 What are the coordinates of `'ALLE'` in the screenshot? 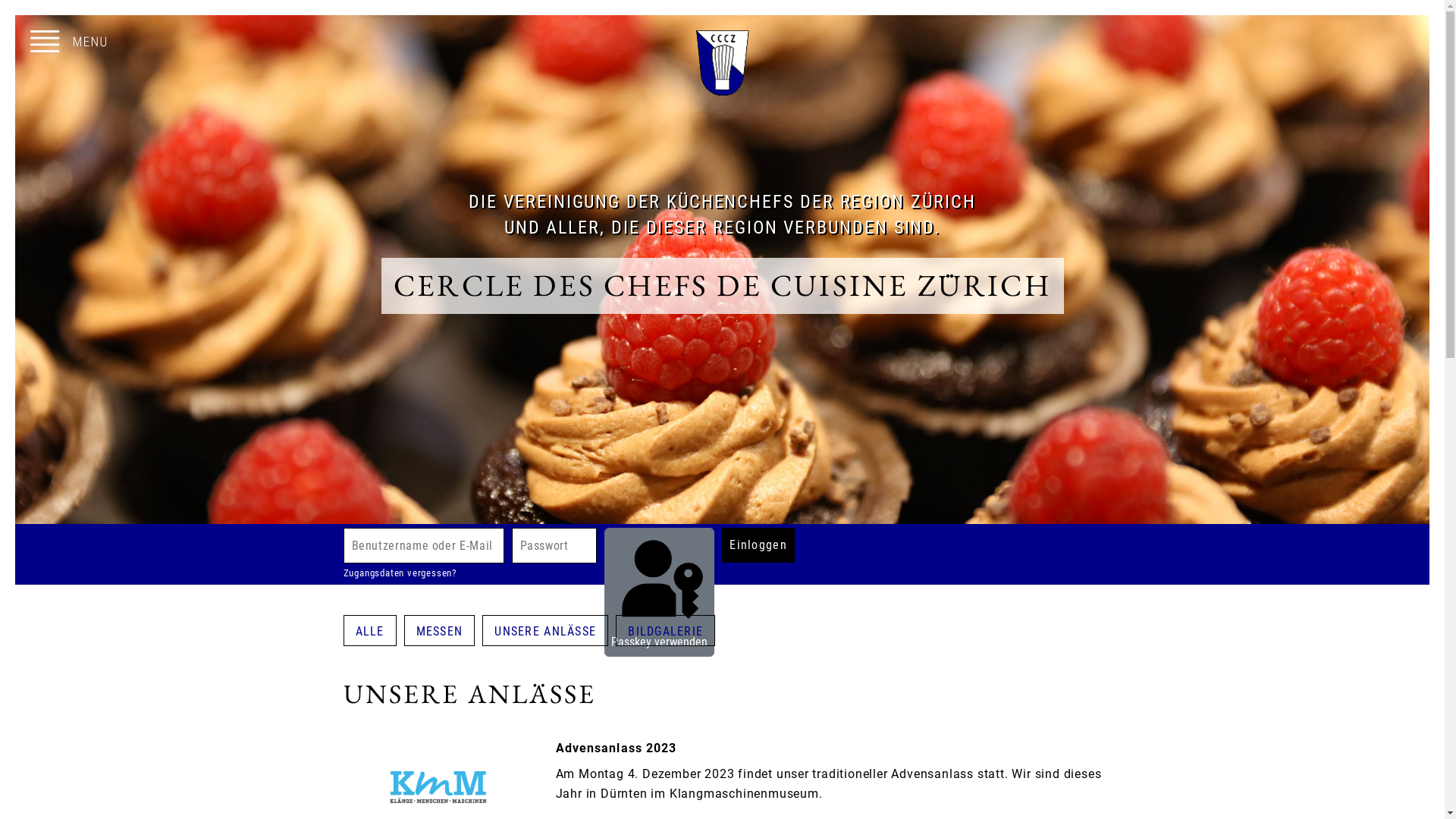 It's located at (370, 630).